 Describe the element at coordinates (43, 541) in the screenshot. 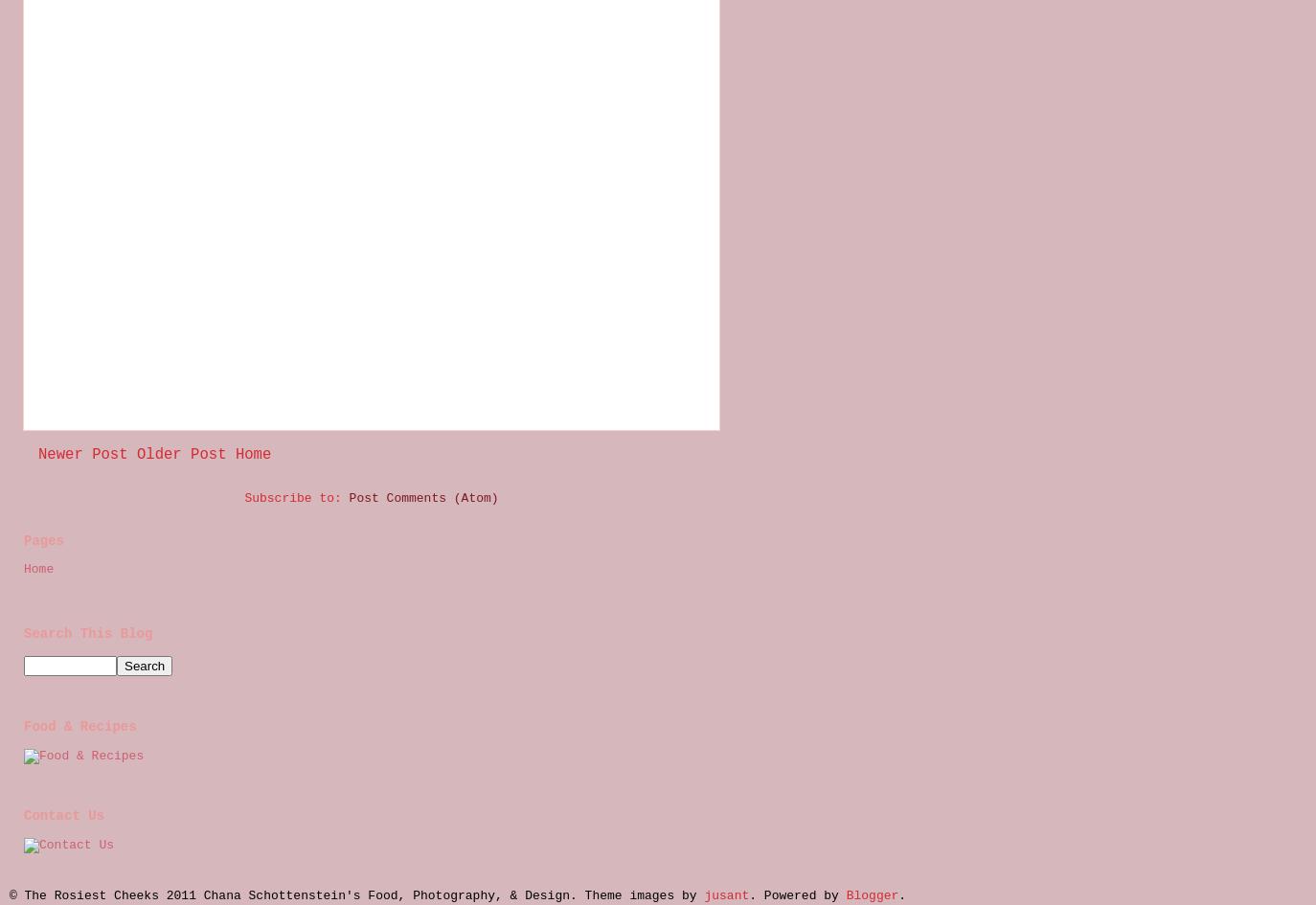

I see `'Pages'` at that location.